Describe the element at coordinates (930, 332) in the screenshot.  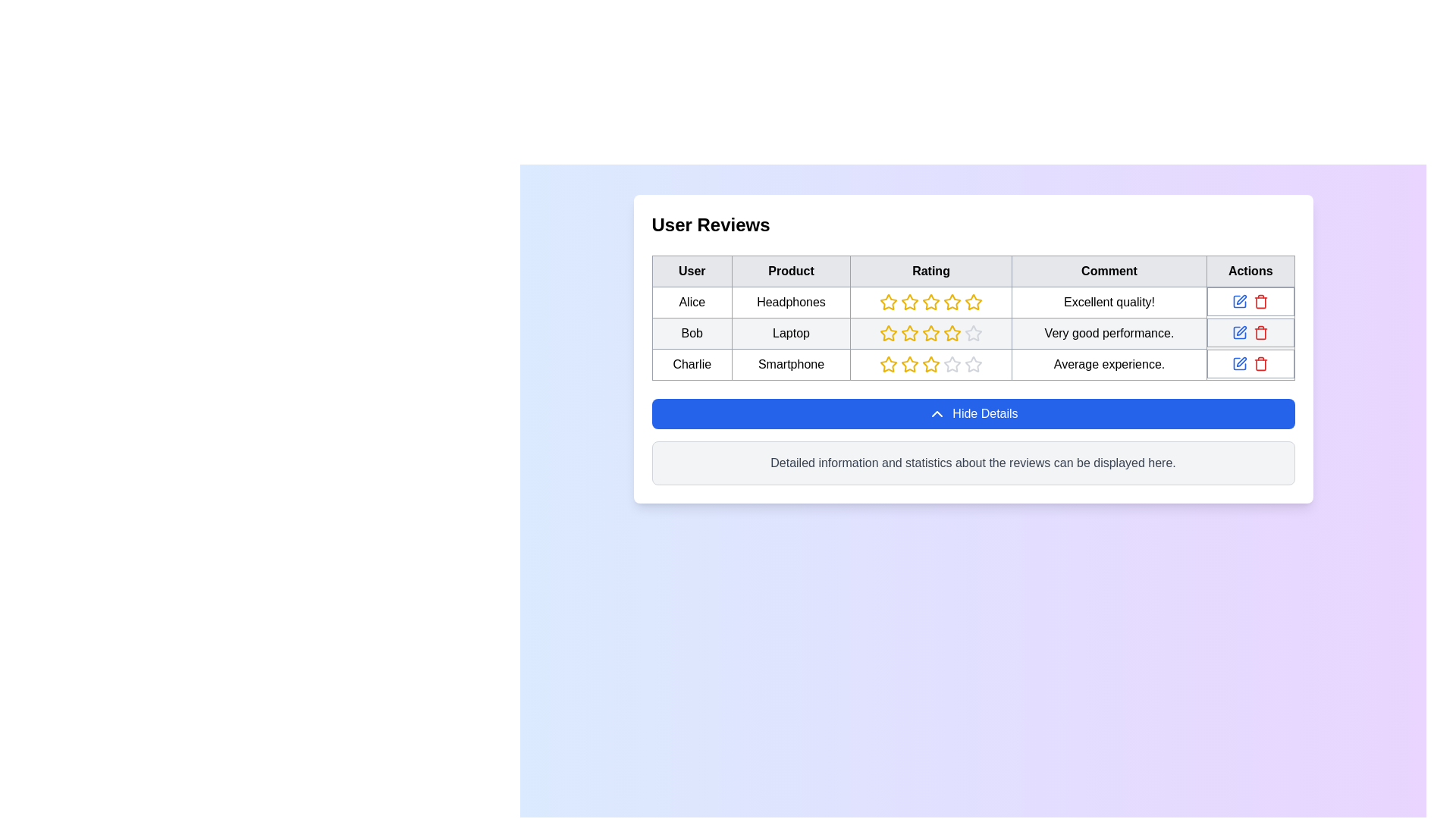
I see `the third yellow rating star in the 'Rating' column of the user reviews table to modify the rating` at that location.